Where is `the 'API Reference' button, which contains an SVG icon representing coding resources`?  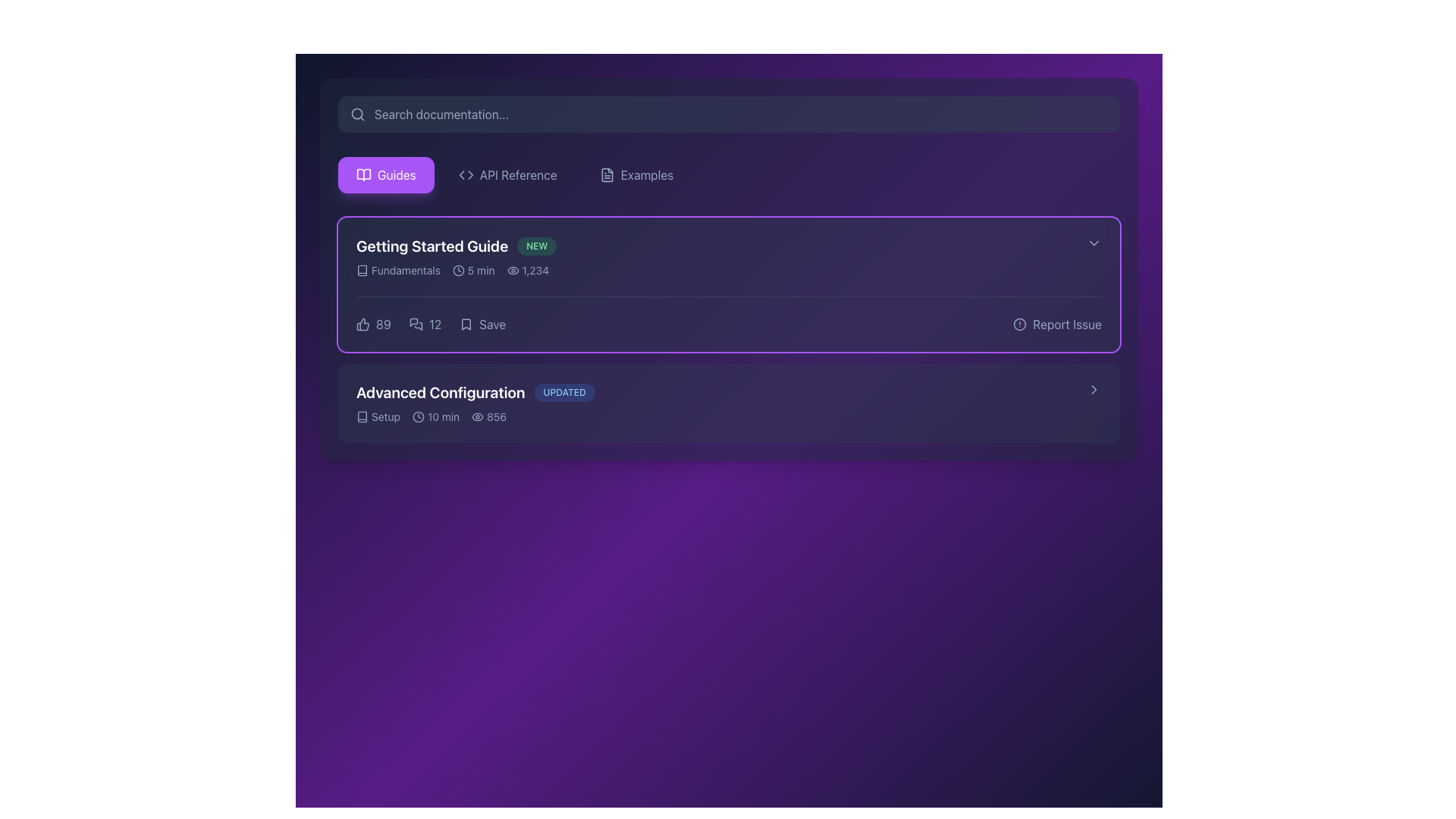 the 'API Reference' button, which contains an SVG icon representing coding resources is located at coordinates (465, 174).